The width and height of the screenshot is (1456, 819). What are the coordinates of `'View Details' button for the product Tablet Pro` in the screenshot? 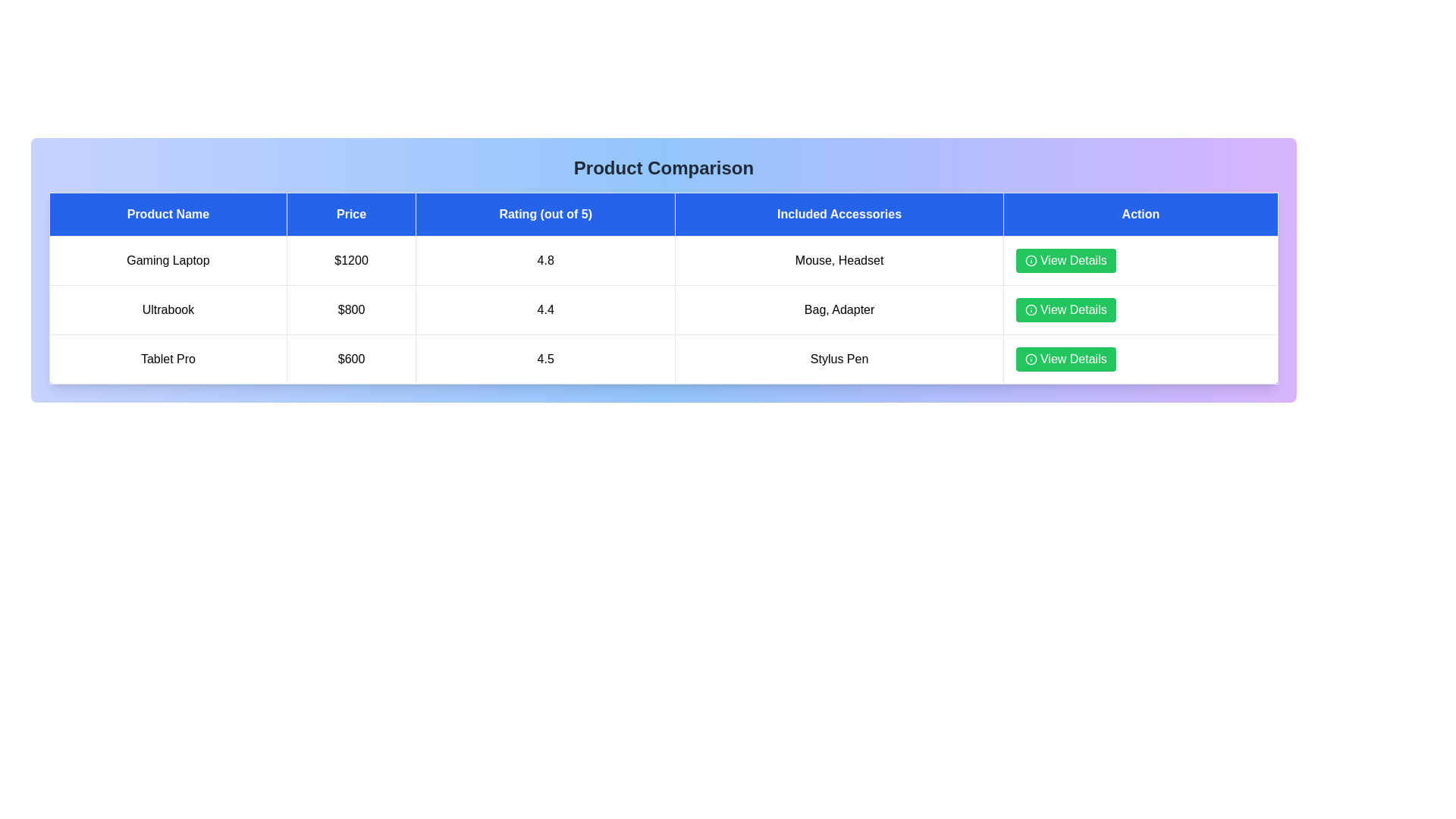 It's located at (1065, 359).